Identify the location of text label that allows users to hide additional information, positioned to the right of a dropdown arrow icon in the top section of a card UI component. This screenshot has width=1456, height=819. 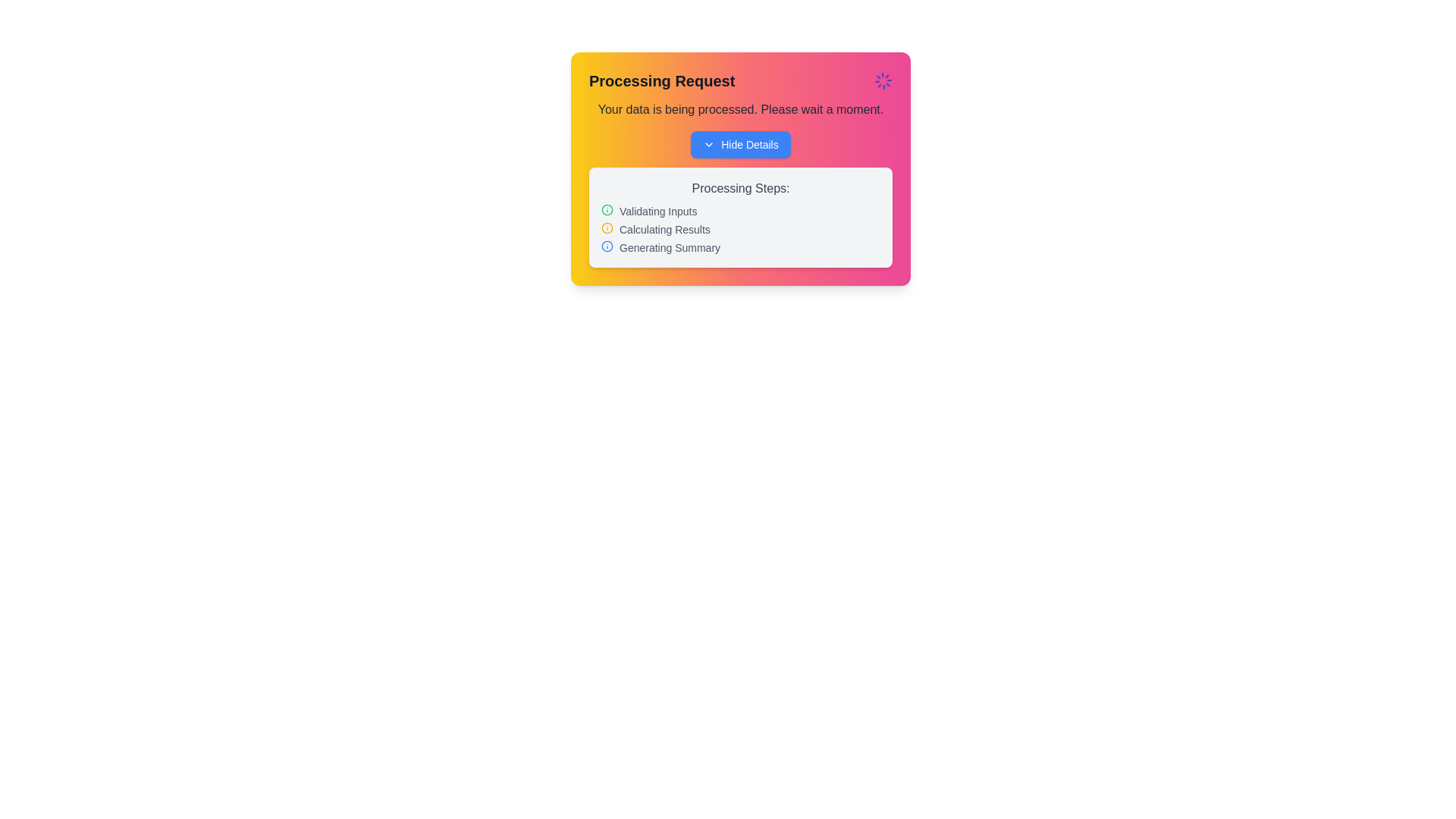
(749, 145).